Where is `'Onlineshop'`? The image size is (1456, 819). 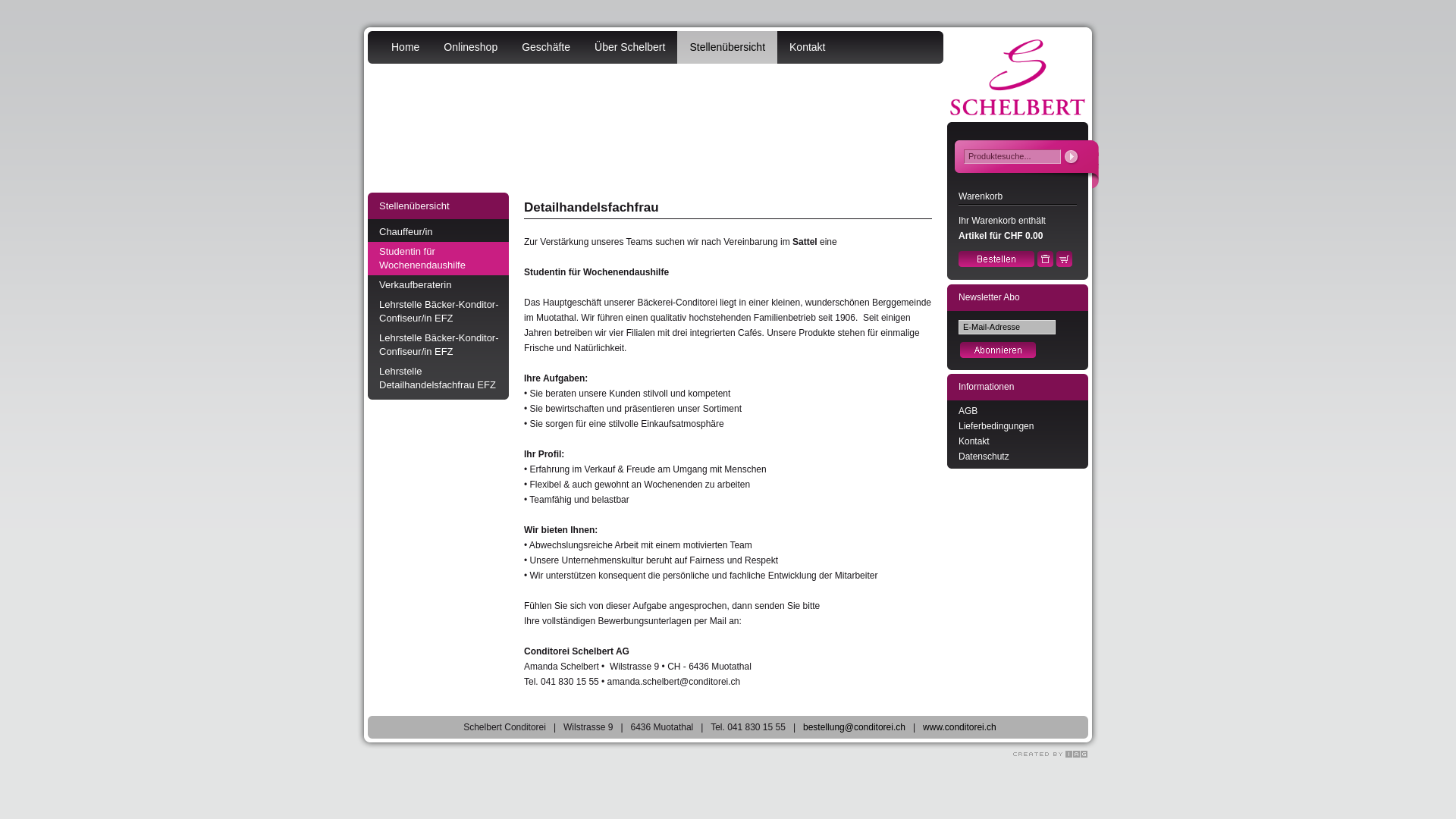 'Onlineshop' is located at coordinates (469, 46).